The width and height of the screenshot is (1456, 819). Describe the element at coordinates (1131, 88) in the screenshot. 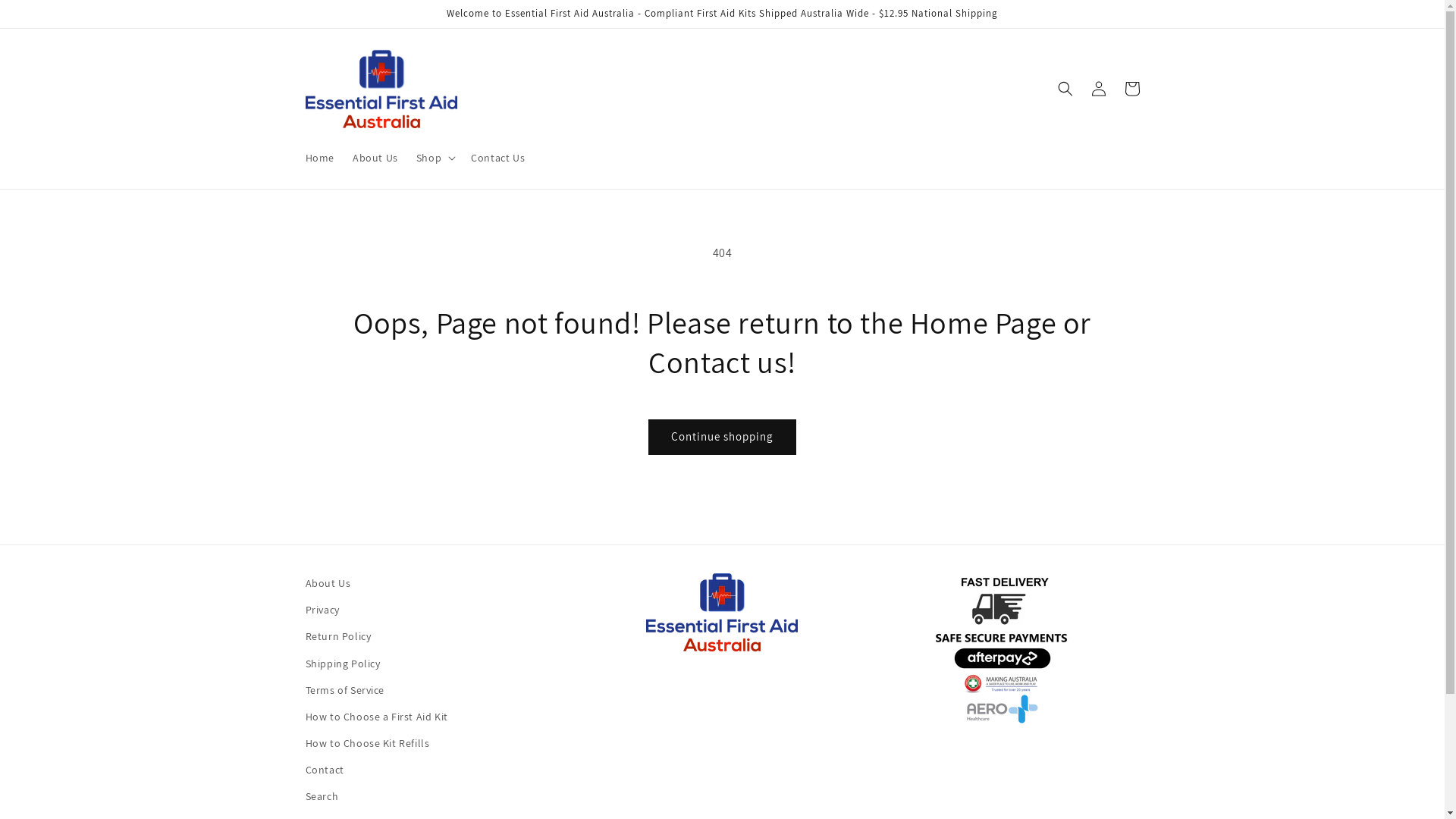

I see `'Cart'` at that location.